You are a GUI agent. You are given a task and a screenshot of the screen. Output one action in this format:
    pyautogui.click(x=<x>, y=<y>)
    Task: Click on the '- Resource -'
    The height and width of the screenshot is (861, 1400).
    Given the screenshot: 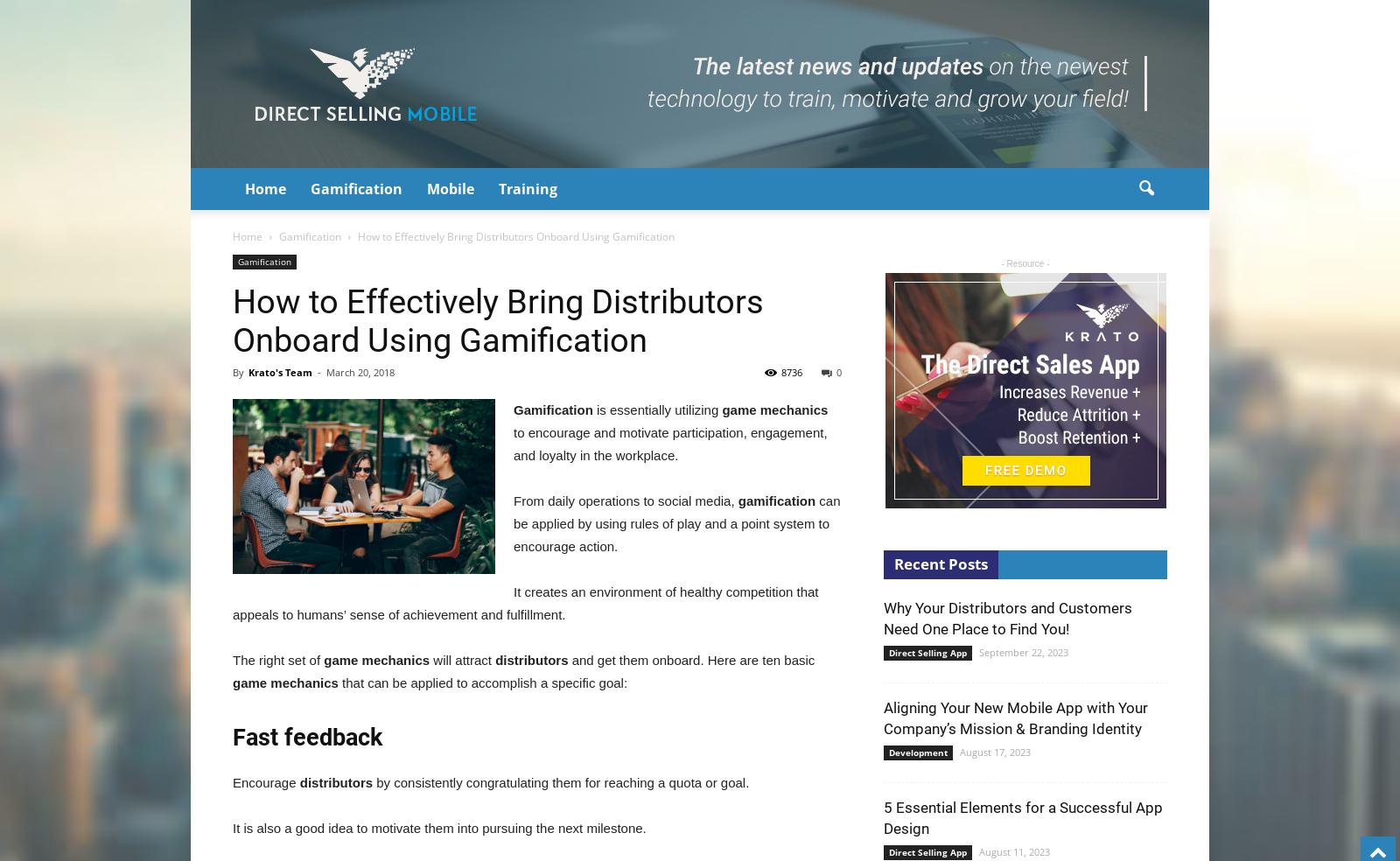 What is the action you would take?
    pyautogui.click(x=1001, y=262)
    